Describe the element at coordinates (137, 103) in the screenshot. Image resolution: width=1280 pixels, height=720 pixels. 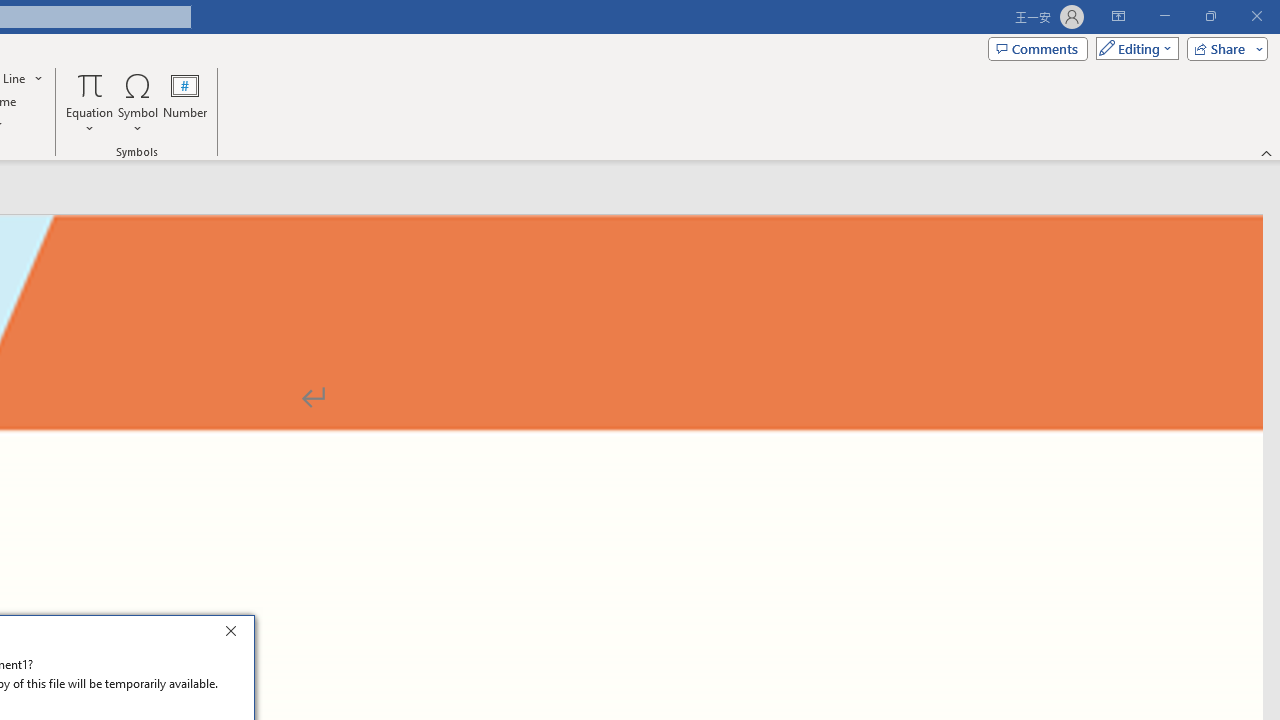
I see `'Symbol'` at that location.